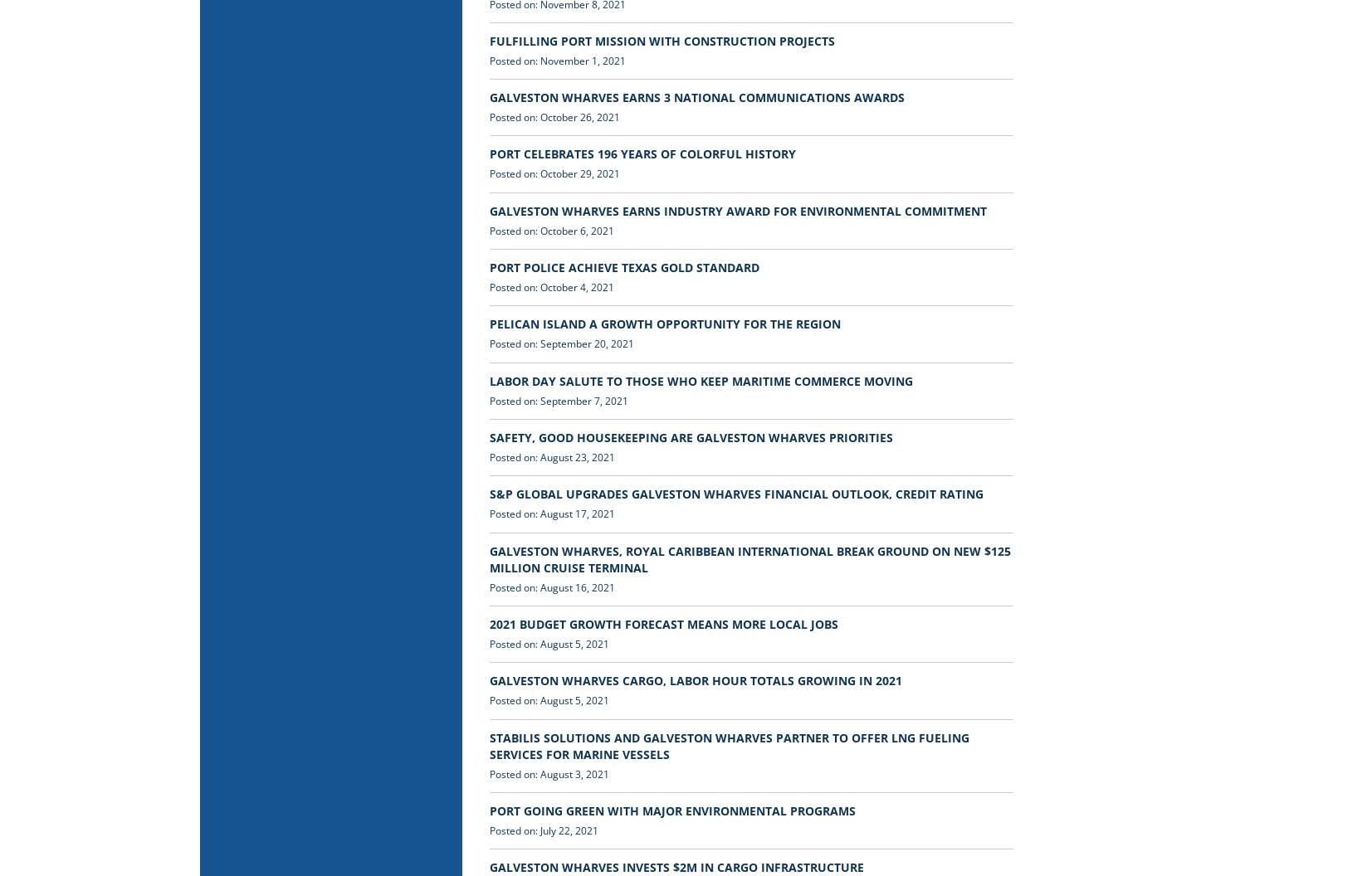 The image size is (1372, 876). I want to click on 'Posted on: October 29, 2021', so click(554, 173).